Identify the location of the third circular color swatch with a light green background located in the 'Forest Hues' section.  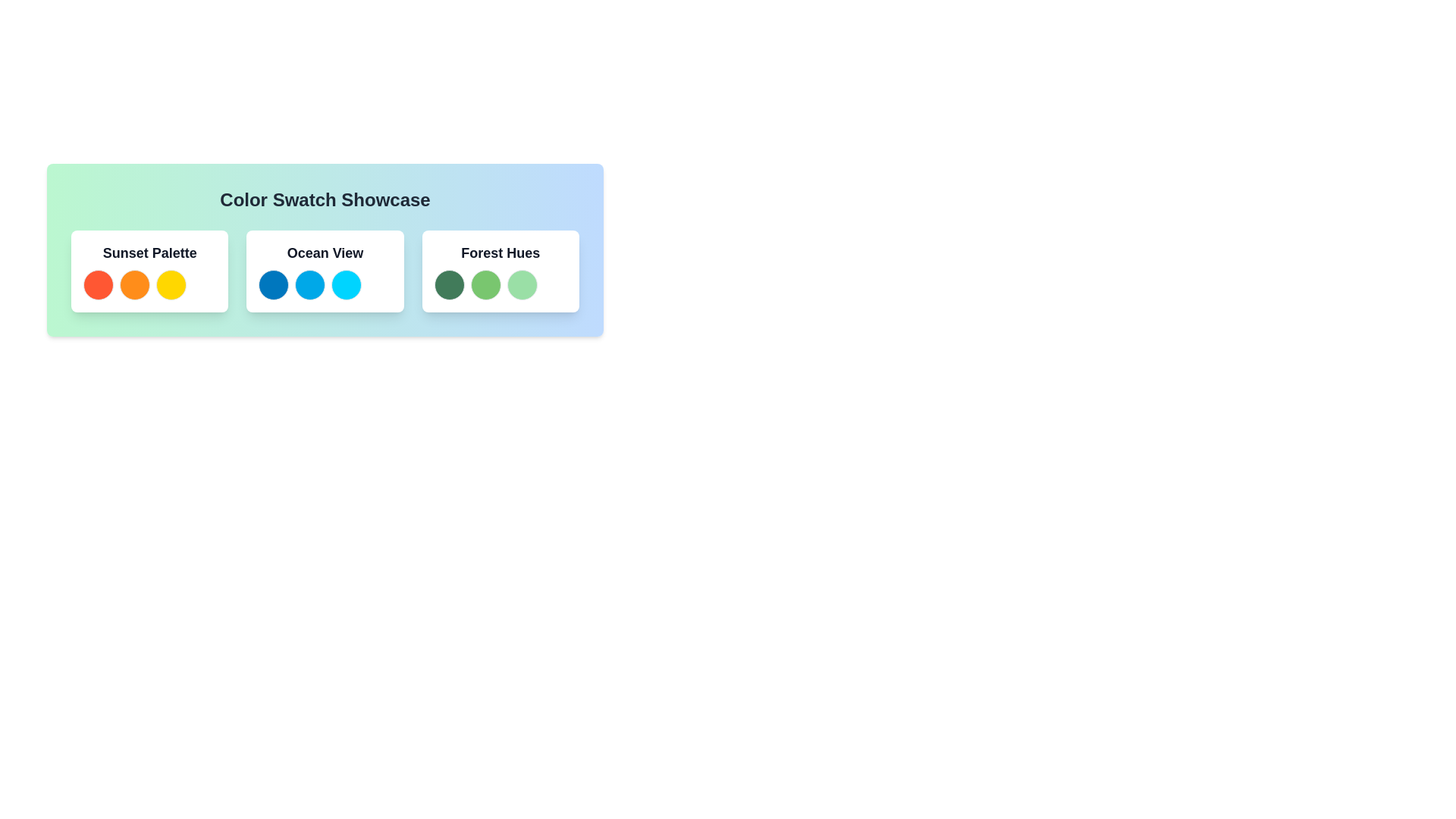
(522, 284).